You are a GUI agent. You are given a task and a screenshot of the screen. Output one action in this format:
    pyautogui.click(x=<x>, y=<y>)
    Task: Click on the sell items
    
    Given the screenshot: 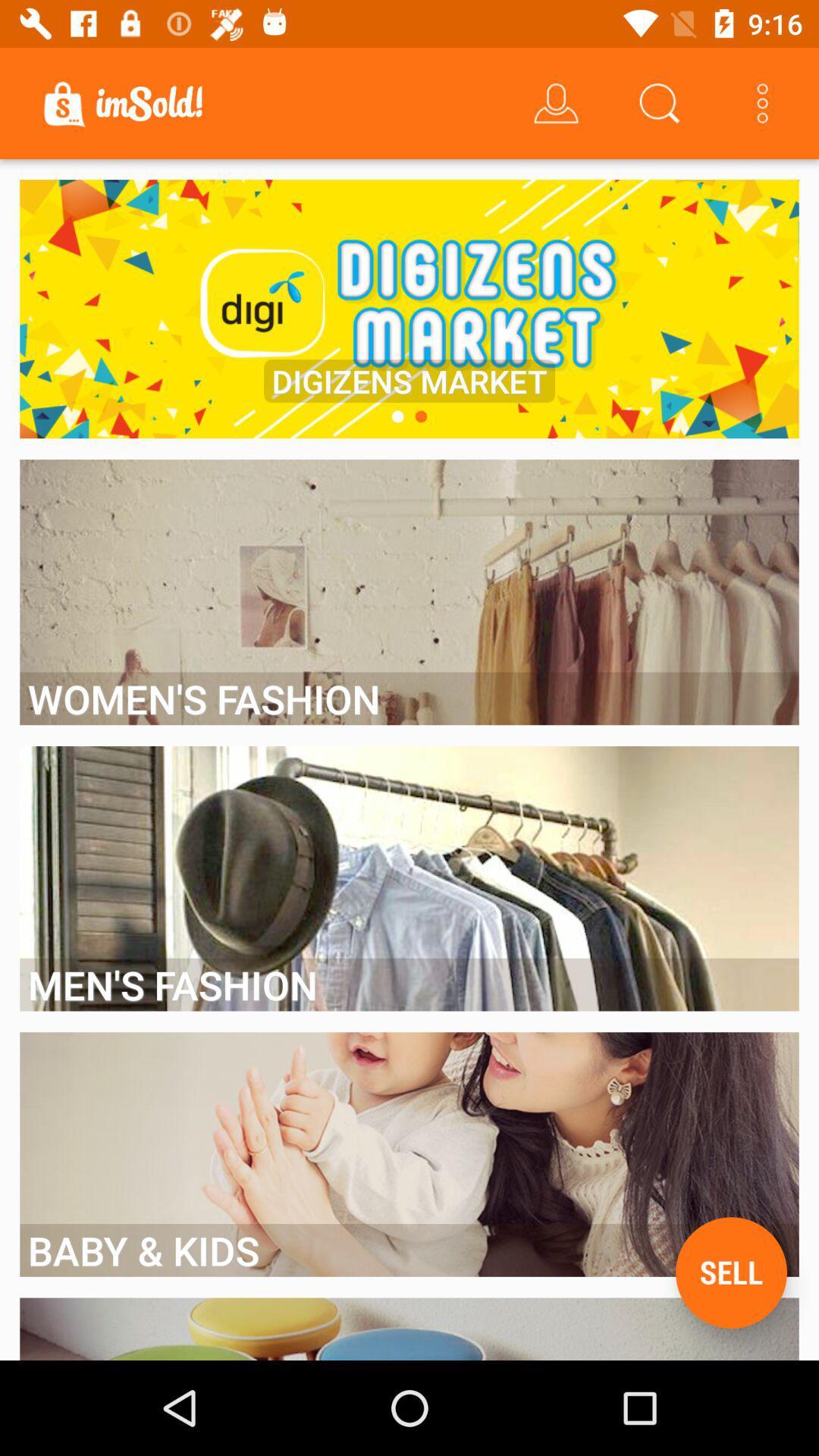 What is the action you would take?
    pyautogui.click(x=730, y=1272)
    